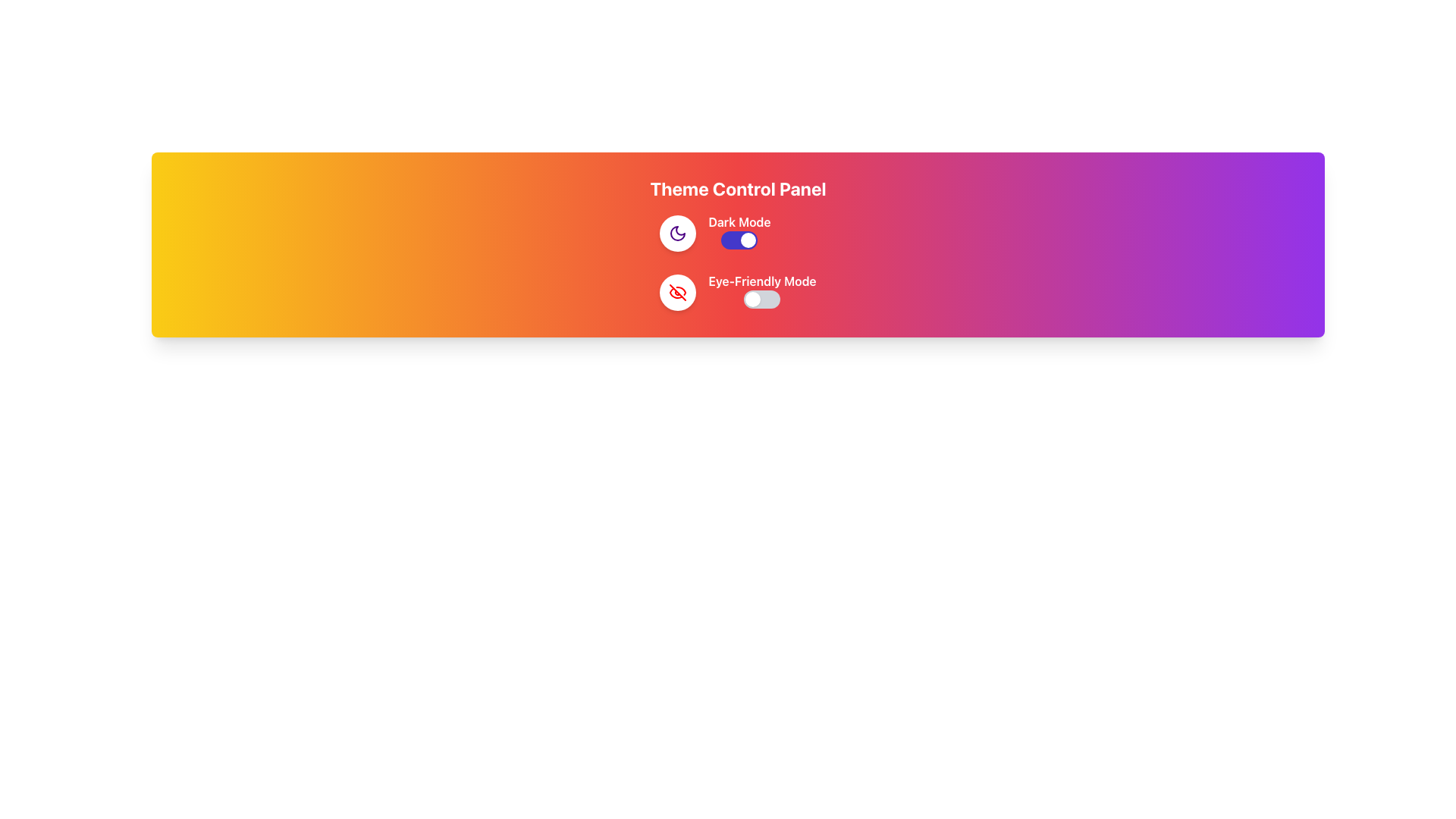  I want to click on the toggle switch labeled 'Eye-Friendly Mode', so click(762, 292).